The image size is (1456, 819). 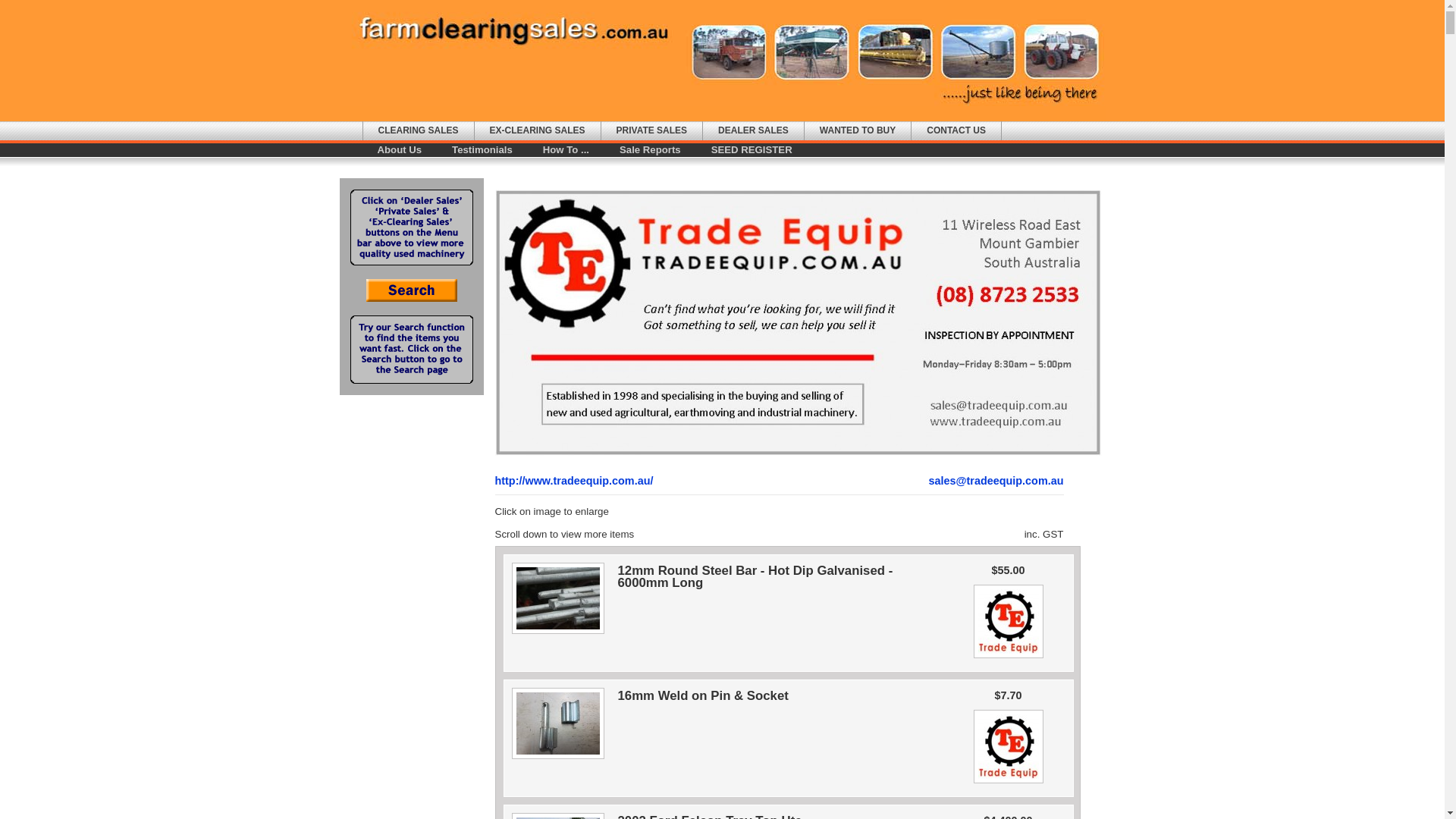 What do you see at coordinates (411, 298) in the screenshot?
I see `'search farm items'` at bounding box center [411, 298].